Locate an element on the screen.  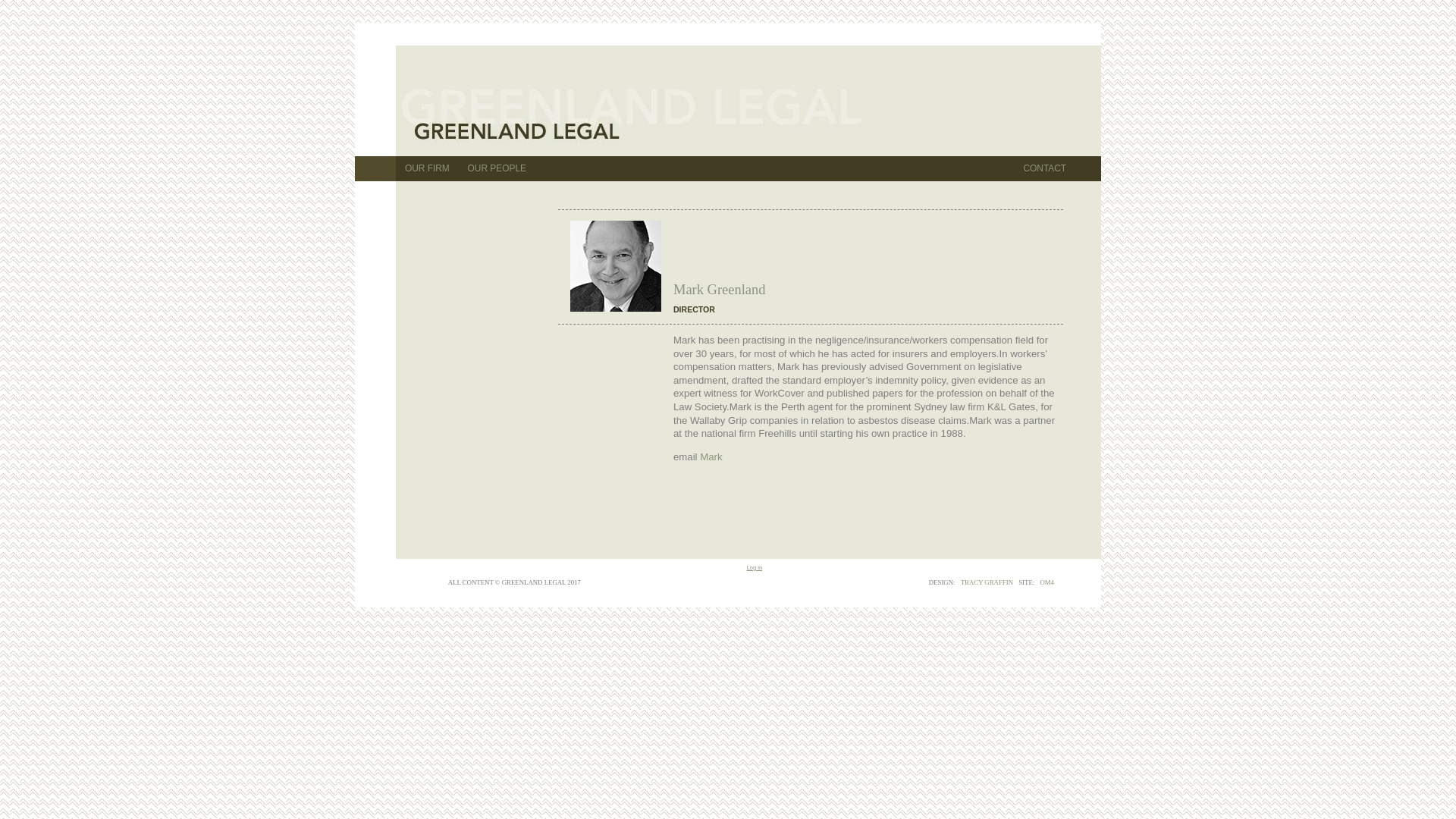
'TRACY GRAFFIN' is located at coordinates (987, 581).